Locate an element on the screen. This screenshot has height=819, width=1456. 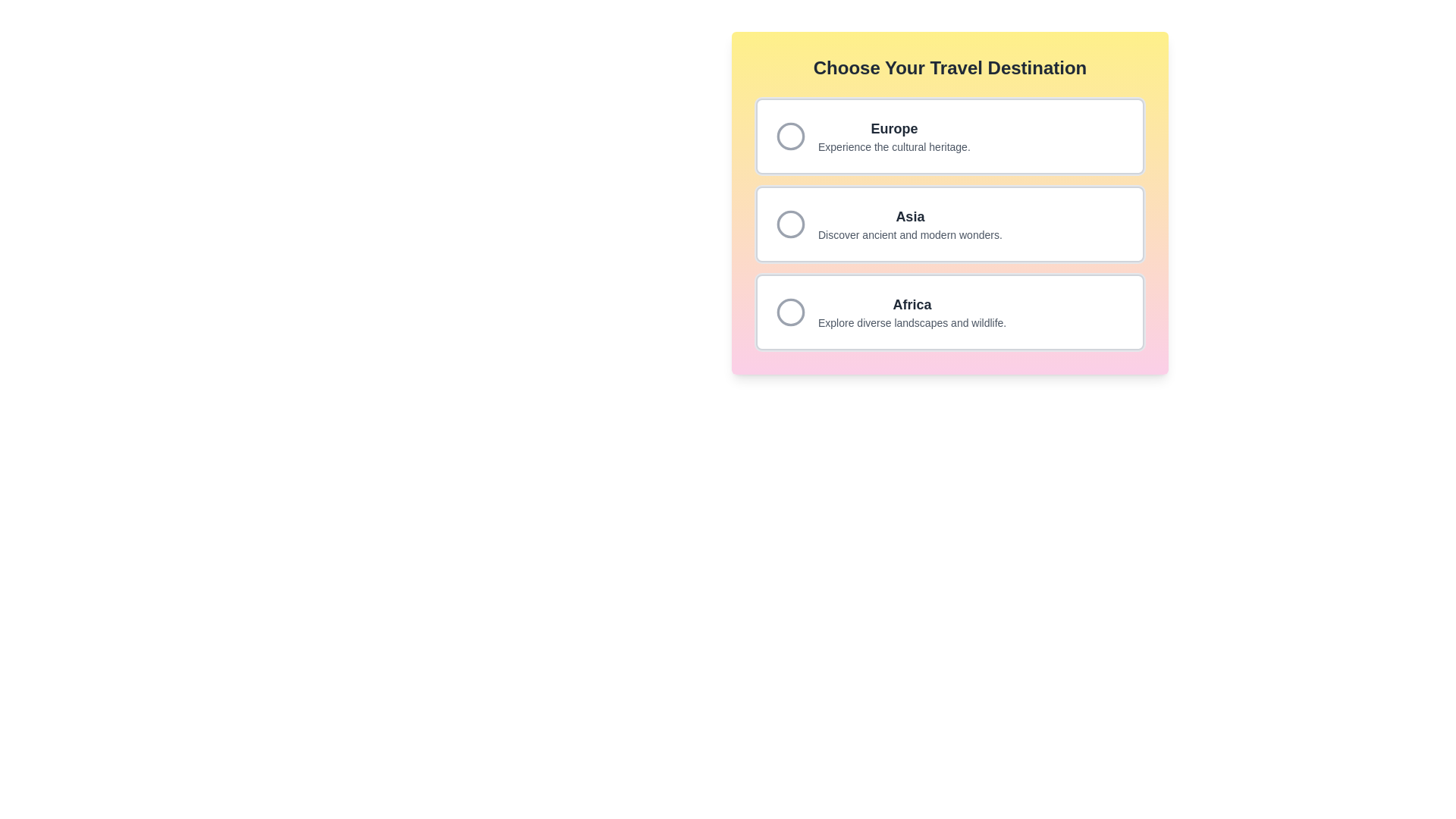
the text display that represents the option 'Asia', located between 'Europe' and 'Africa' in the travel-related context is located at coordinates (910, 224).